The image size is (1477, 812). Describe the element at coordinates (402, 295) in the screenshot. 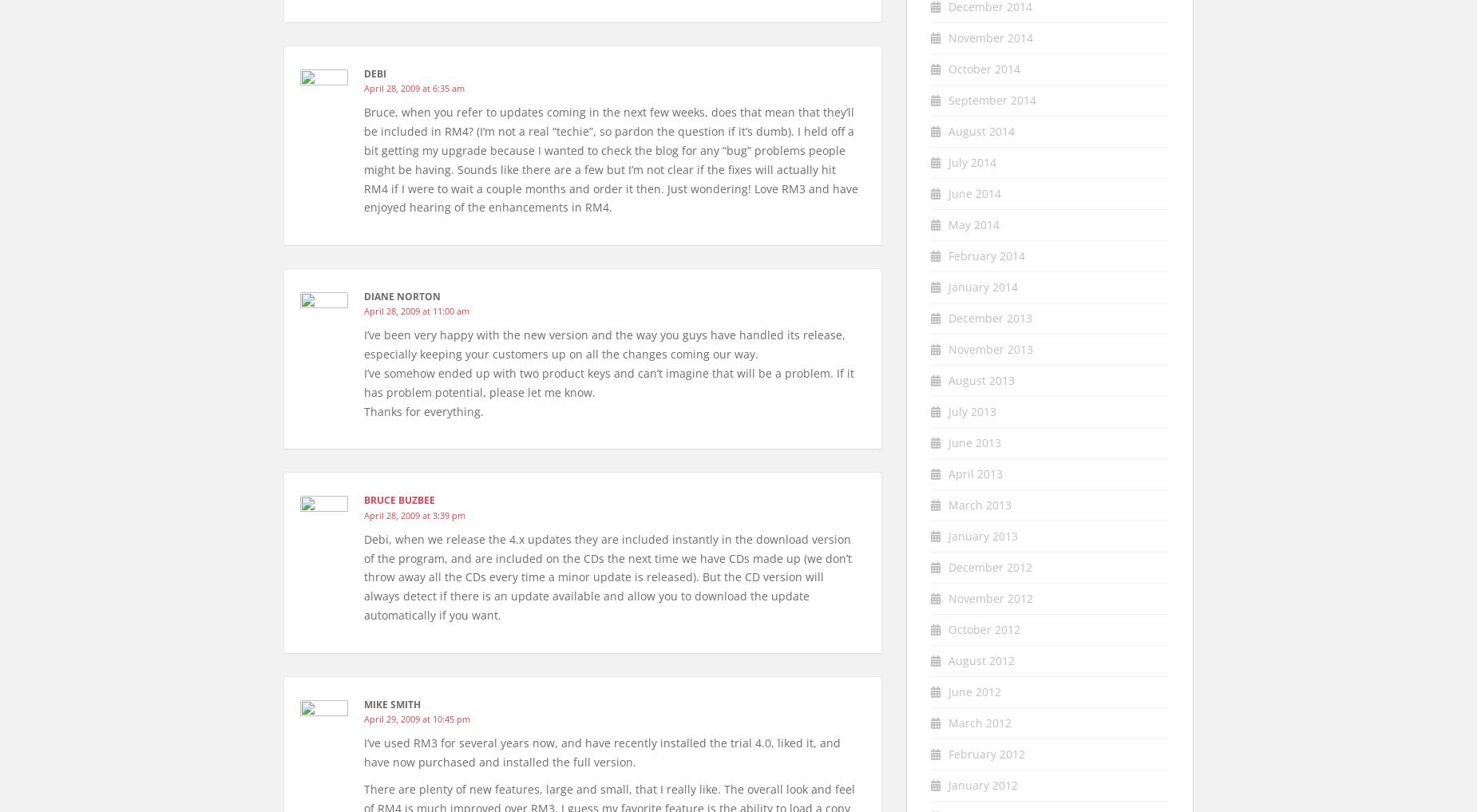

I see `'Diane Norton'` at that location.